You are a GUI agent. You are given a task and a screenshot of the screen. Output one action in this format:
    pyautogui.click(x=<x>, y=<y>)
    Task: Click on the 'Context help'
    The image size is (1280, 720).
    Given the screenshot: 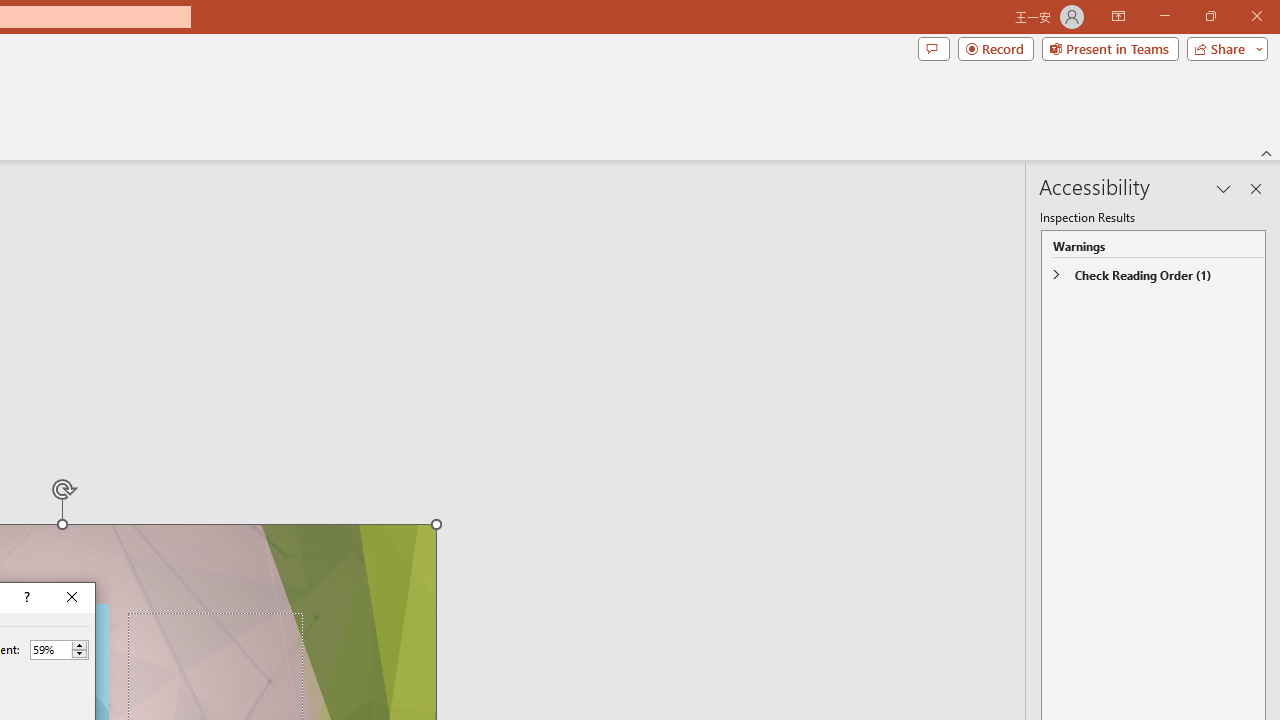 What is the action you would take?
    pyautogui.click(x=25, y=596)
    